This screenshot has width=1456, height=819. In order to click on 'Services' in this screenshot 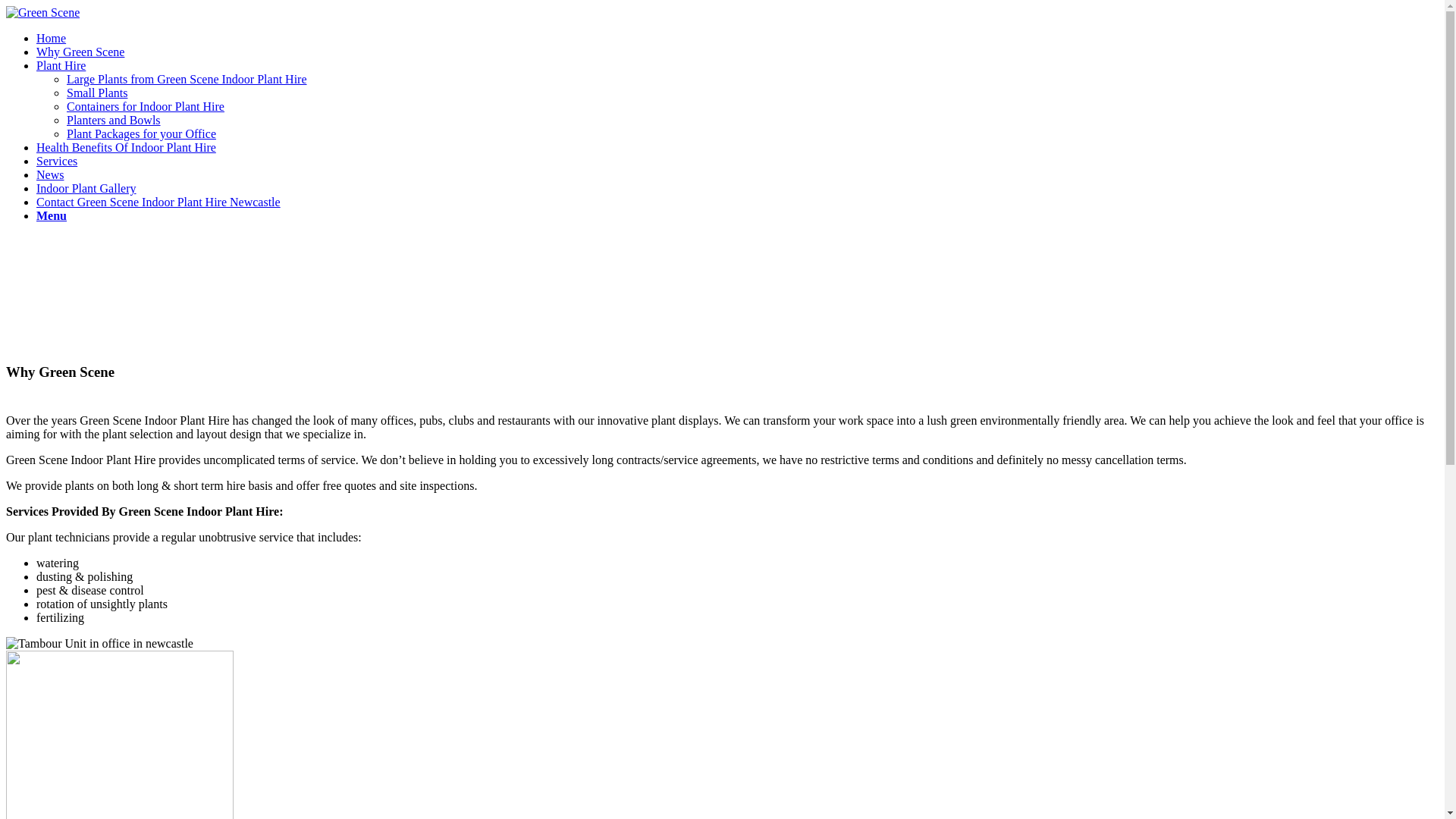, I will do `click(36, 161)`.